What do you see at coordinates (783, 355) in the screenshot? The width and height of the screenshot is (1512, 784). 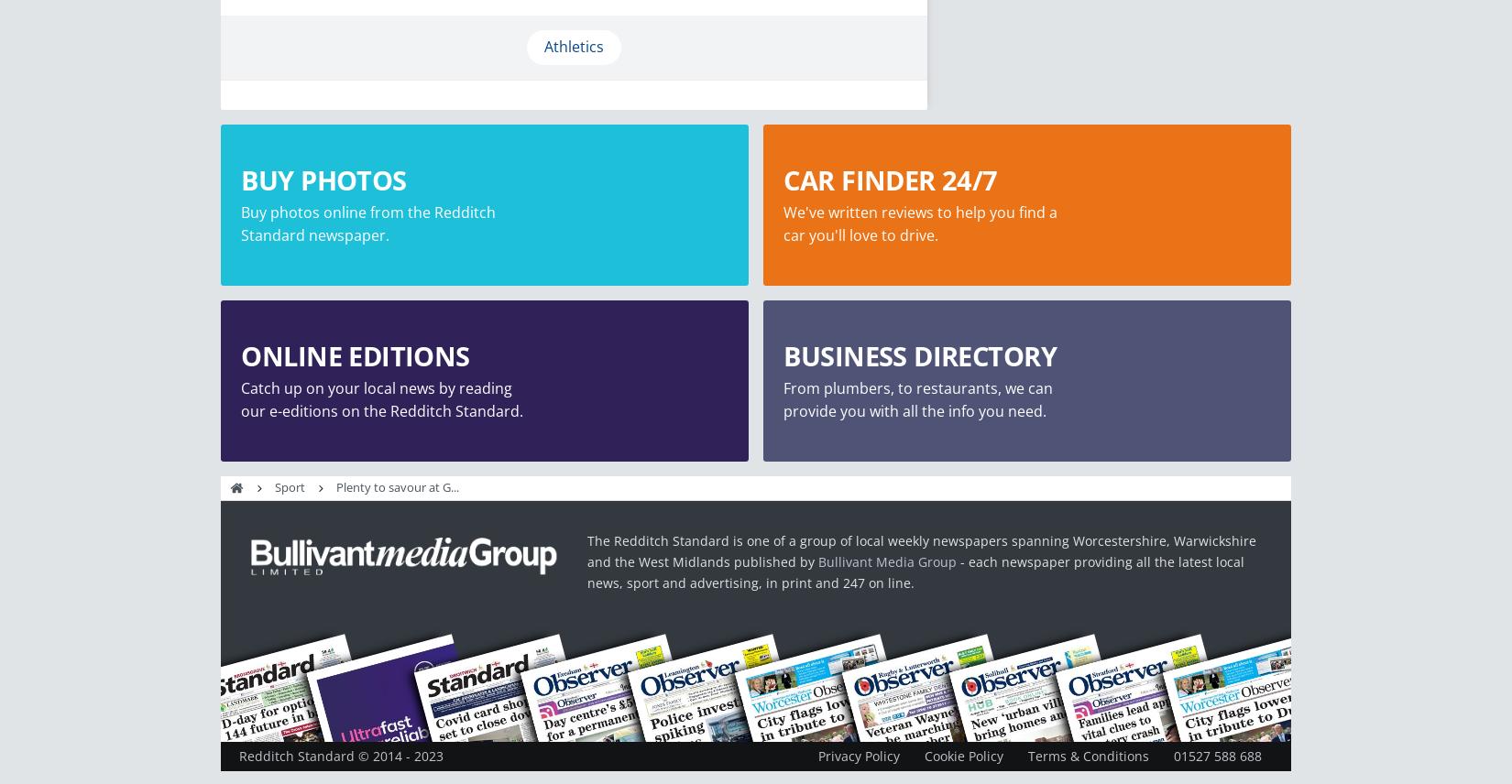 I see `'Business Directory'` at bounding box center [783, 355].